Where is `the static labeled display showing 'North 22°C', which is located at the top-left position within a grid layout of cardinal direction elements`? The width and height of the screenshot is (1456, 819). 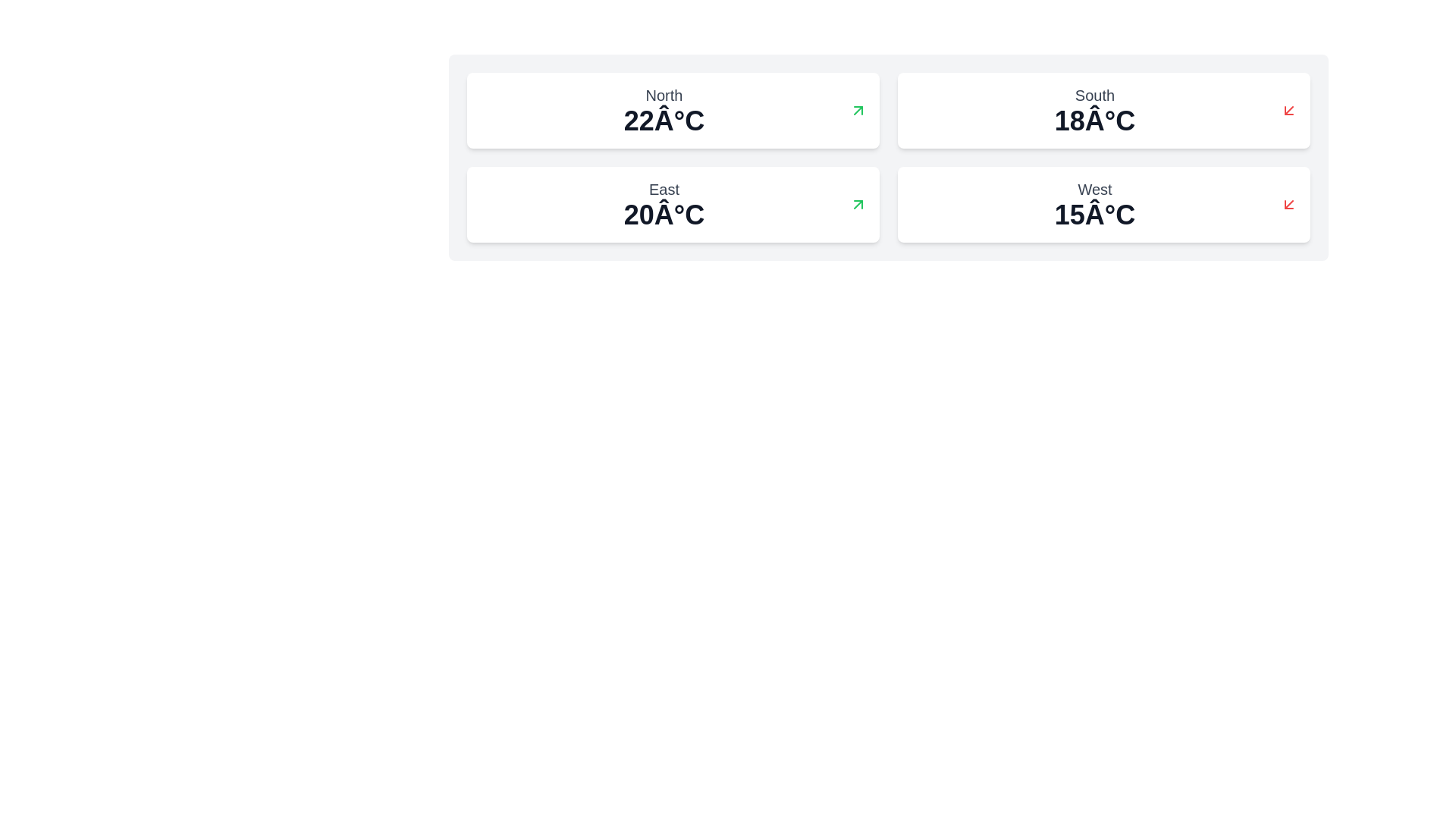 the static labeled display showing 'North 22°C', which is located at the top-left position within a grid layout of cardinal direction elements is located at coordinates (664, 110).